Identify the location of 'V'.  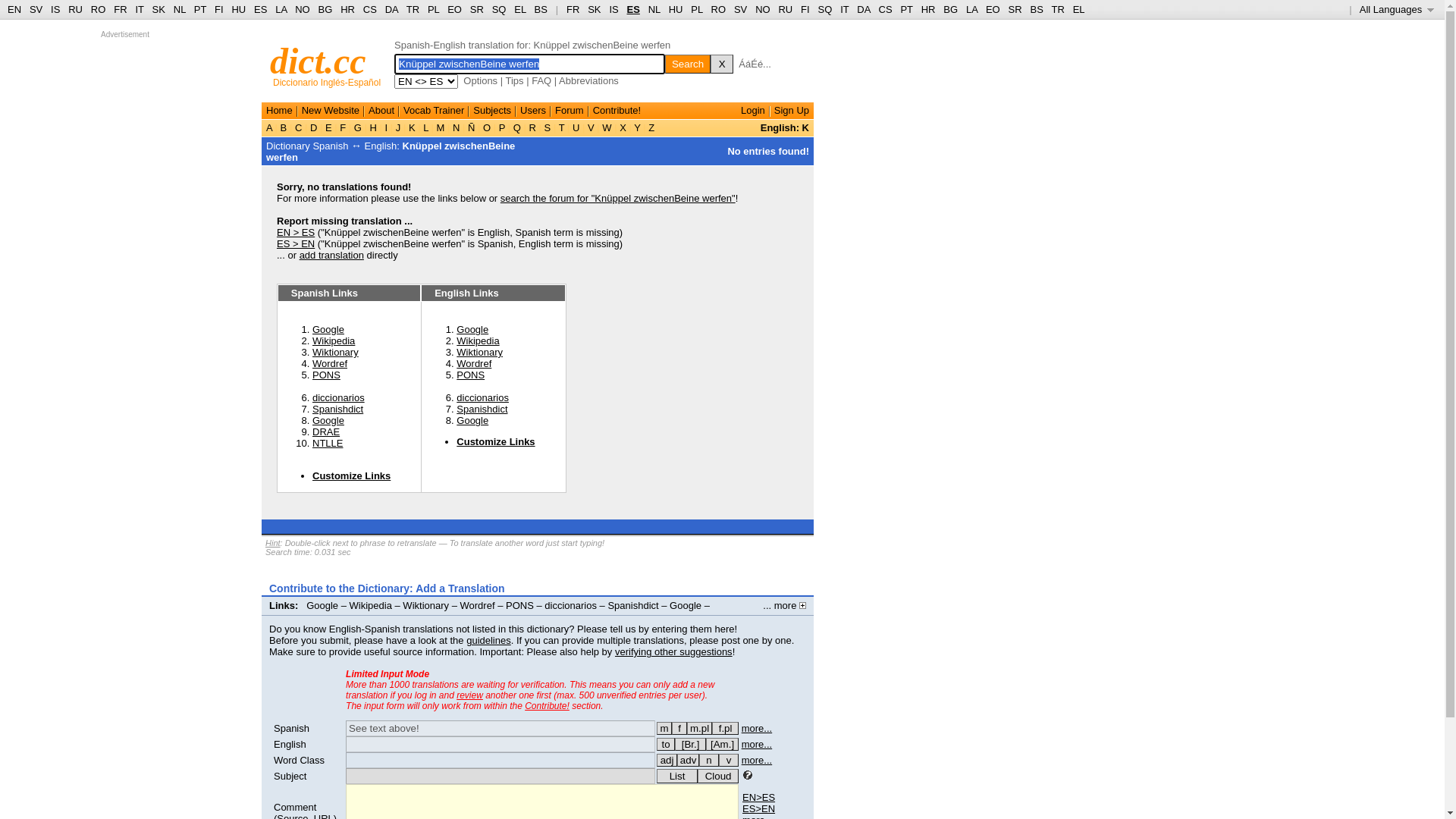
(589, 127).